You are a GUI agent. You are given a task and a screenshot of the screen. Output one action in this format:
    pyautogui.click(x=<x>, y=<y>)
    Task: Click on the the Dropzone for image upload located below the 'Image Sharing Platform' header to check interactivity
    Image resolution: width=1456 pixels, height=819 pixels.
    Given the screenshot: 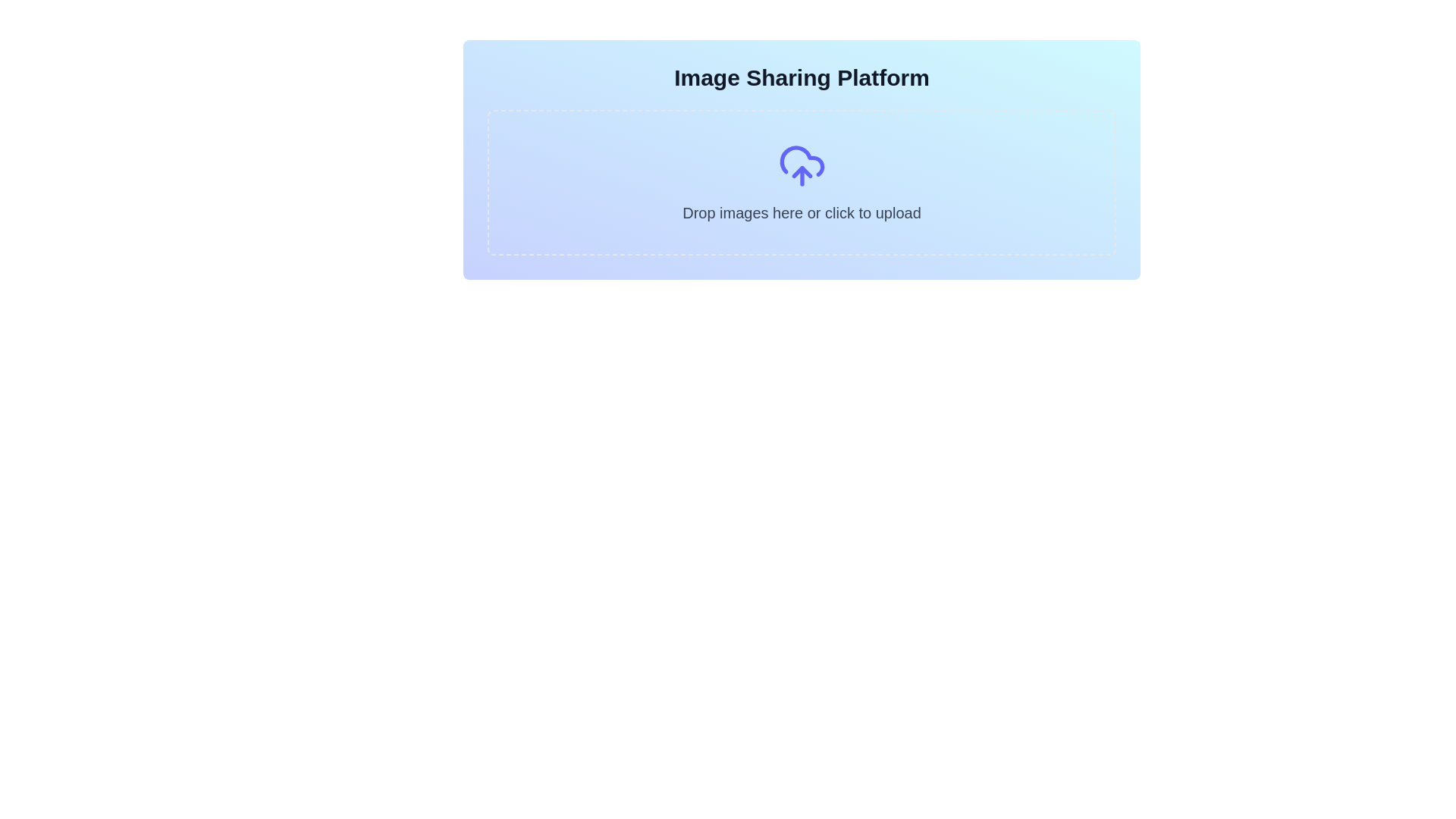 What is the action you would take?
    pyautogui.click(x=801, y=181)
    